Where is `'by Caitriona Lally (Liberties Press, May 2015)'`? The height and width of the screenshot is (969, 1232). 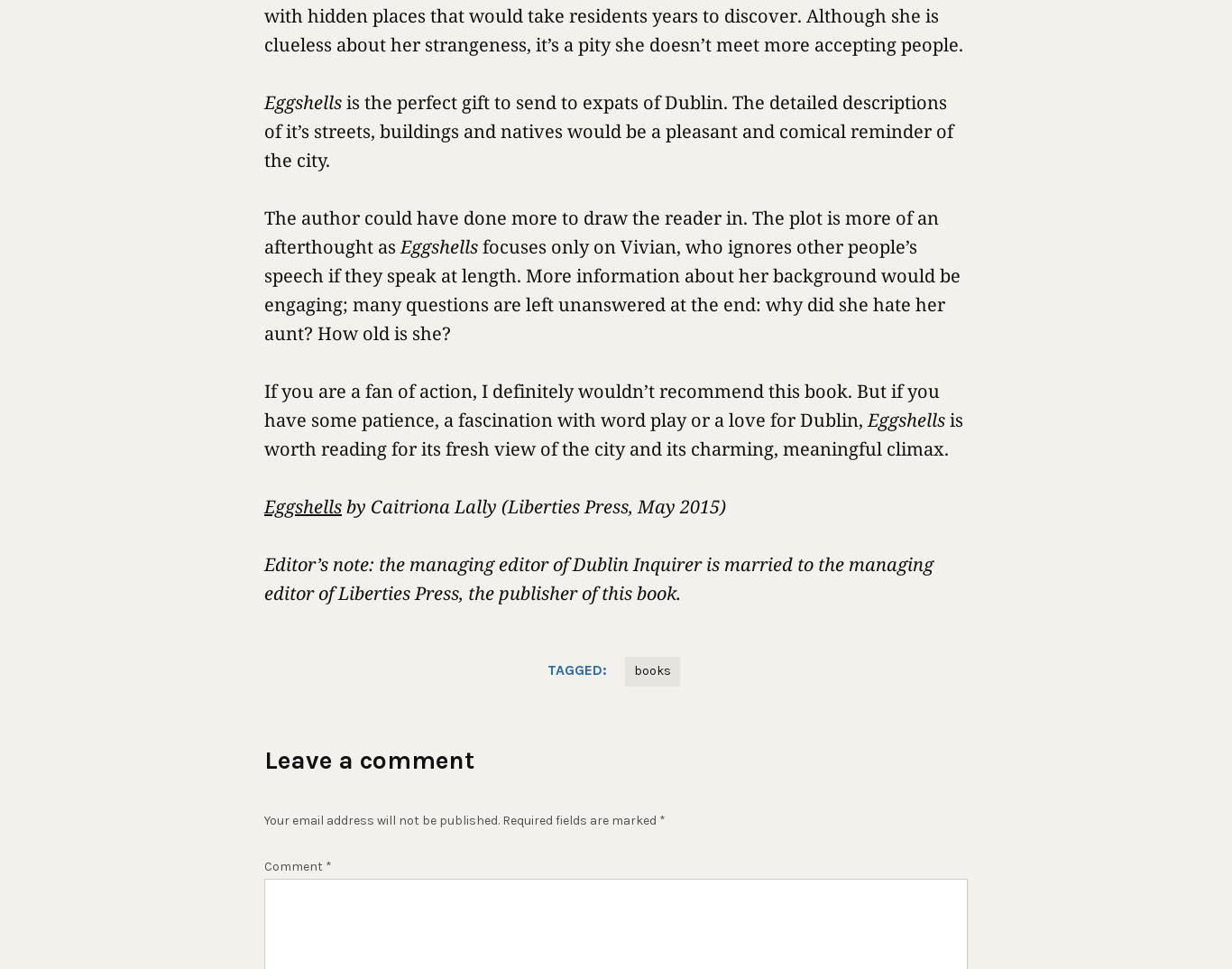
'by Caitriona Lally (Liberties Press, May 2015)' is located at coordinates (533, 505).